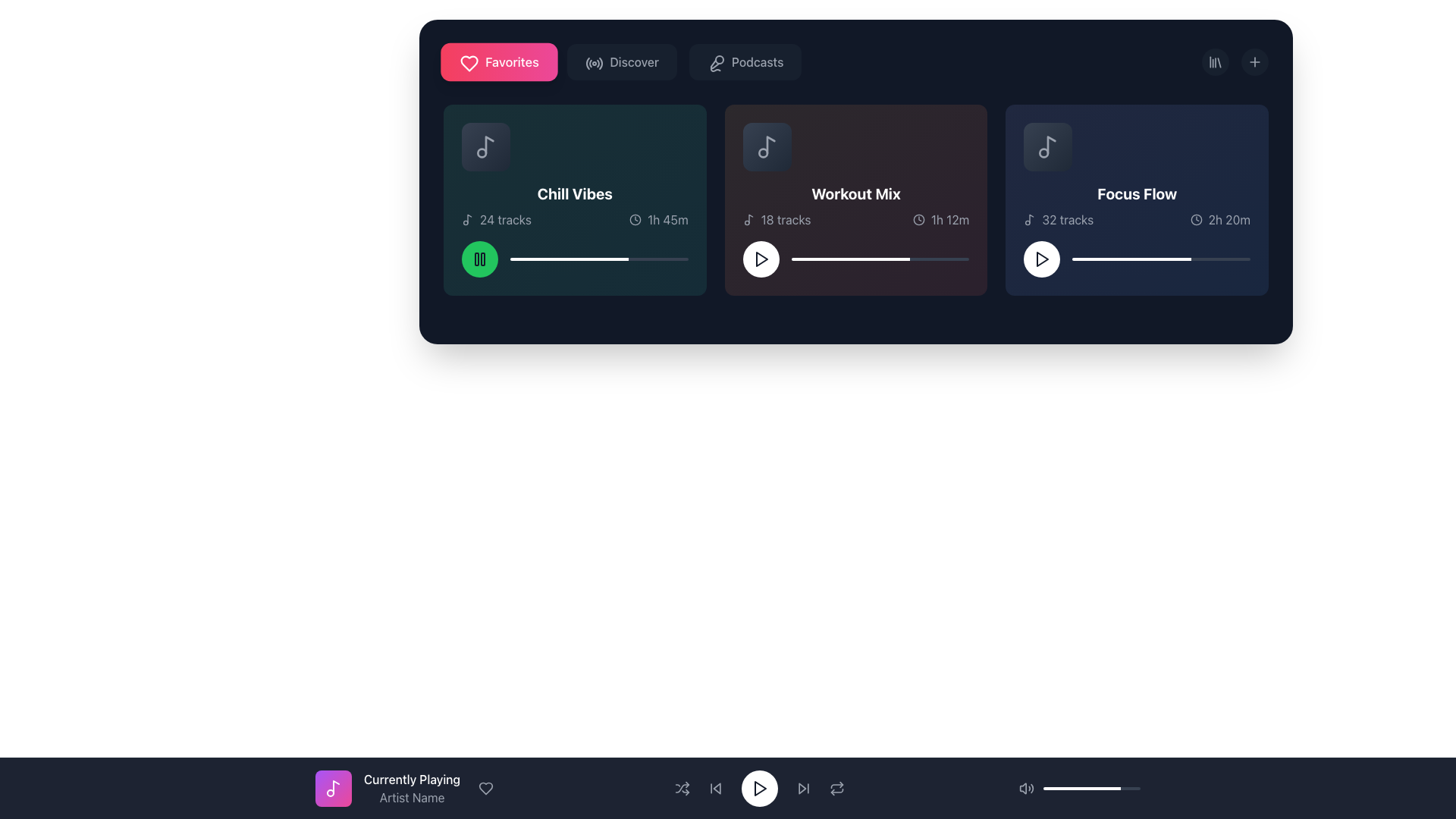 This screenshot has height=819, width=1456. Describe the element at coordinates (1236, 259) in the screenshot. I see `the slider position` at that location.